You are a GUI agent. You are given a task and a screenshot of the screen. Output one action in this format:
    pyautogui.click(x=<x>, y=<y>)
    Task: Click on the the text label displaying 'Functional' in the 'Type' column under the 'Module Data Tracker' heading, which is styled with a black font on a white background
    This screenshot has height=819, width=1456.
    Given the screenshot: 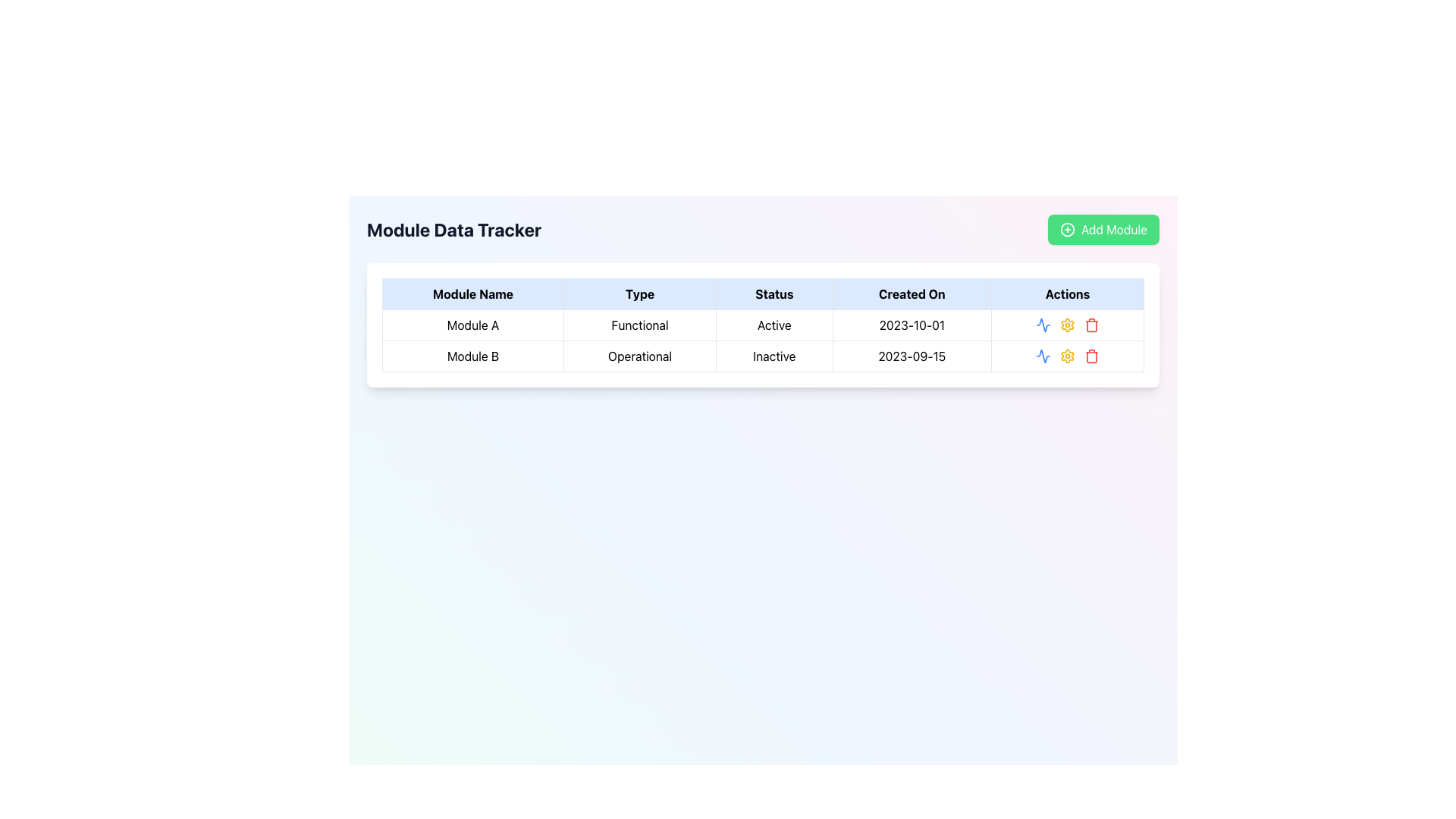 What is the action you would take?
    pyautogui.click(x=640, y=324)
    